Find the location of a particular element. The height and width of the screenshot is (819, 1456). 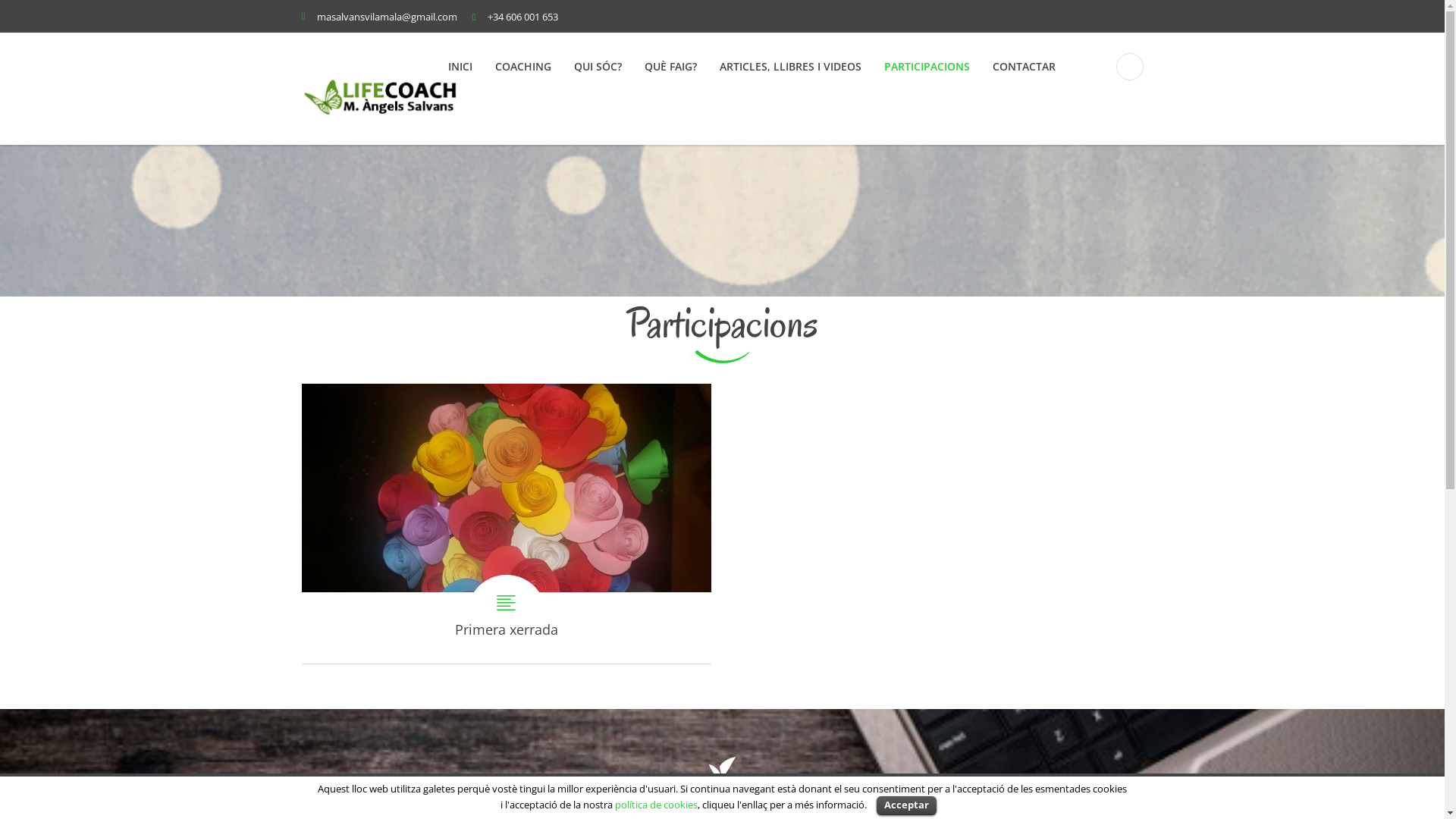

'Acceptar' is located at coordinates (906, 805).